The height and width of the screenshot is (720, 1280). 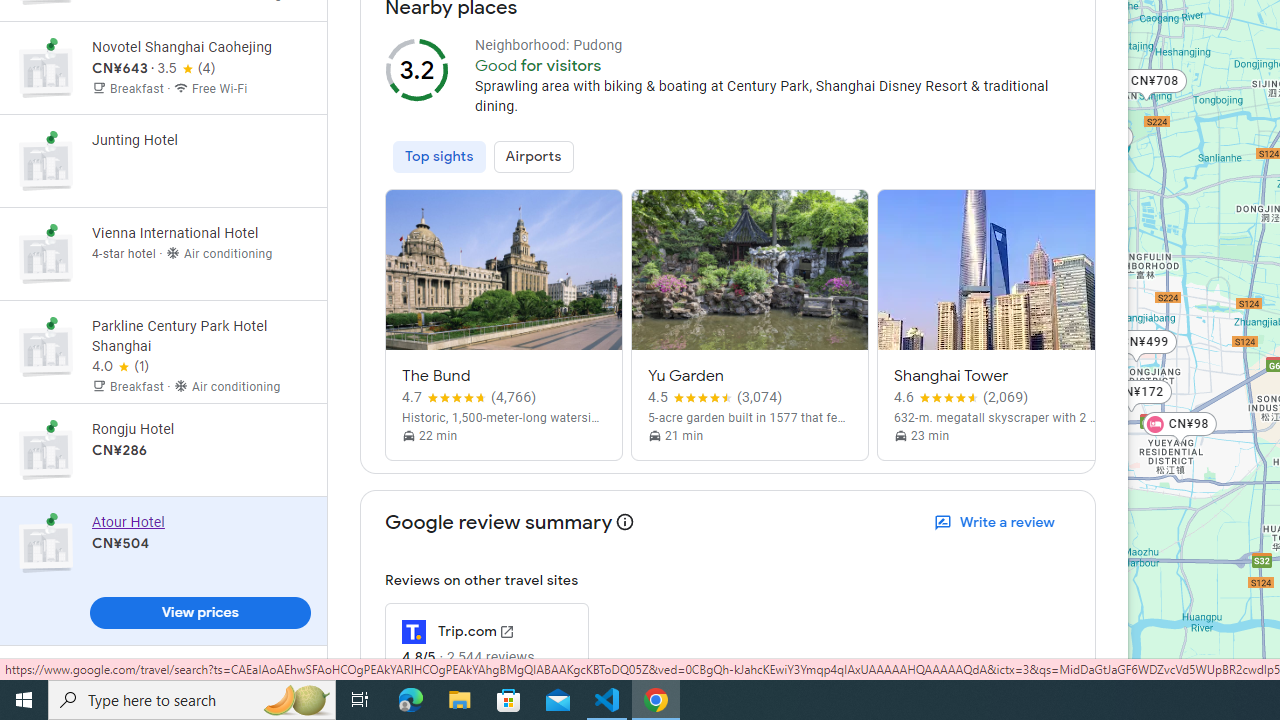 I want to click on '3.2 out of 5', so click(x=415, y=68).